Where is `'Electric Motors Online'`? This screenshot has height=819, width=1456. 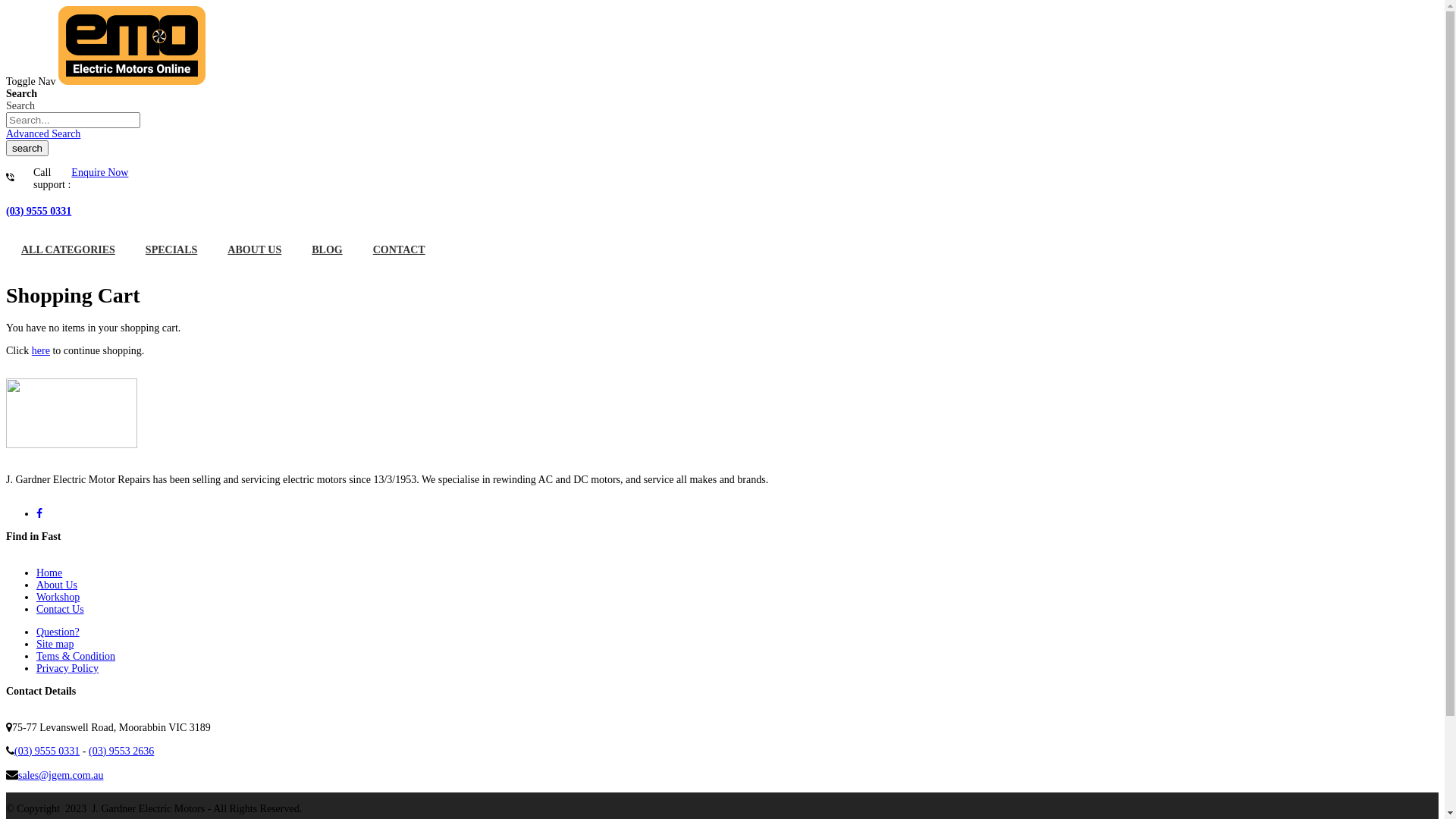 'Electric Motors Online' is located at coordinates (131, 81).